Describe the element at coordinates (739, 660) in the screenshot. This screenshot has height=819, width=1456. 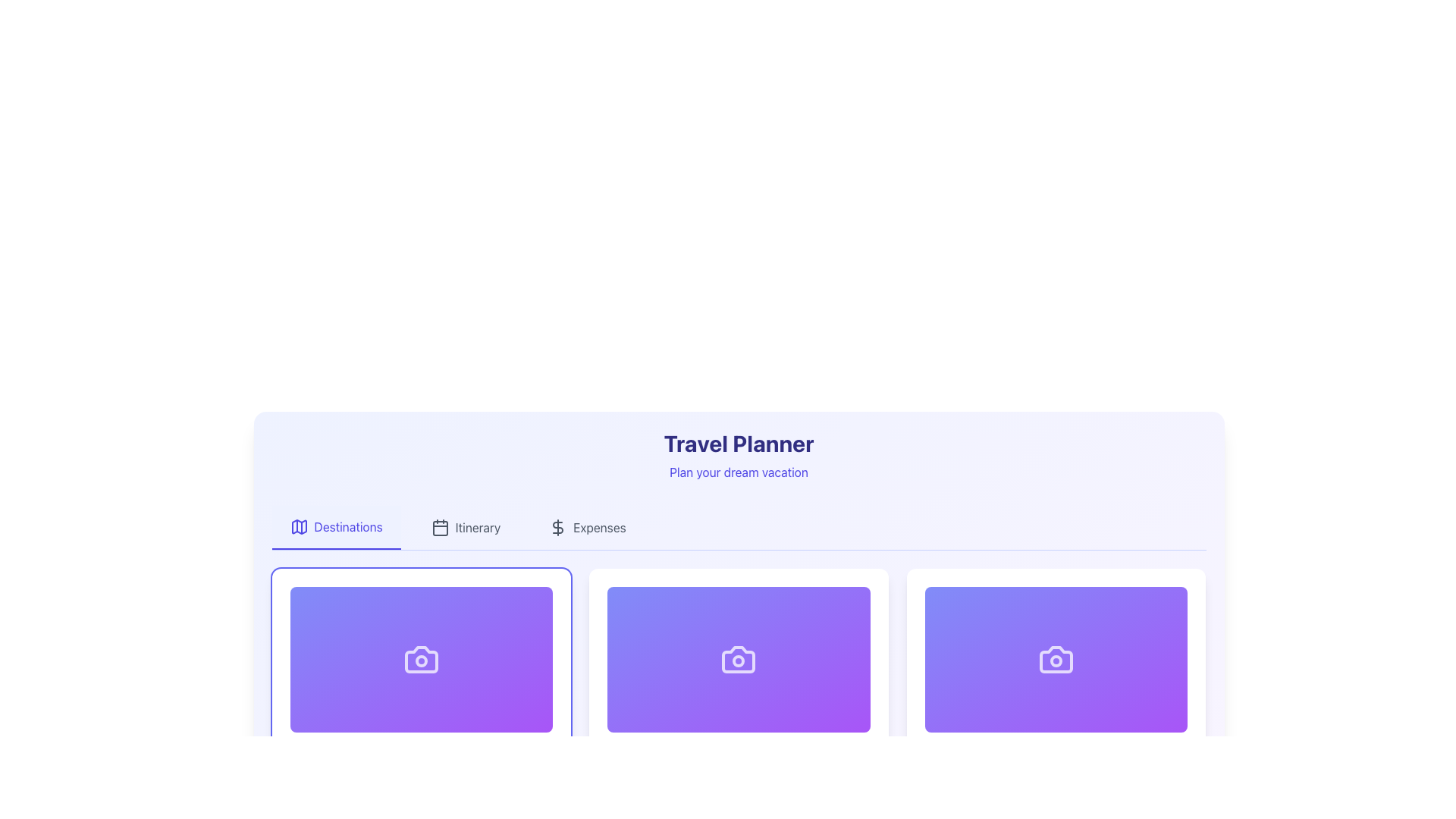
I see `the SVG Circle element that represents the lens within the camera icon located in the middle card beneath the 'Travel Planner' section header` at that location.